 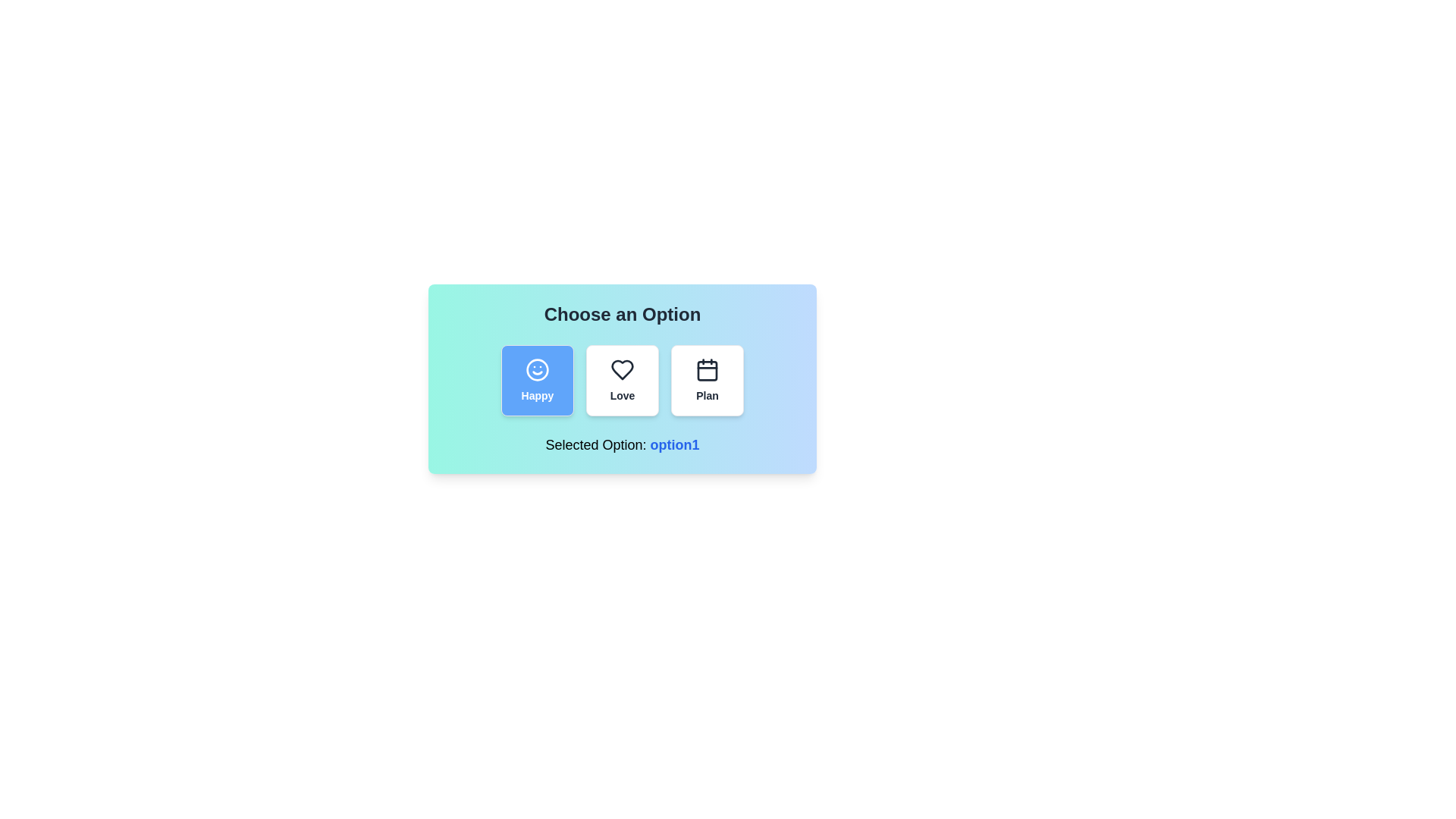 I want to click on on the Custom Component that displays the title 'Choose an Option' and contains options 'Happy', 'Love', and 'Plan', so click(x=622, y=378).